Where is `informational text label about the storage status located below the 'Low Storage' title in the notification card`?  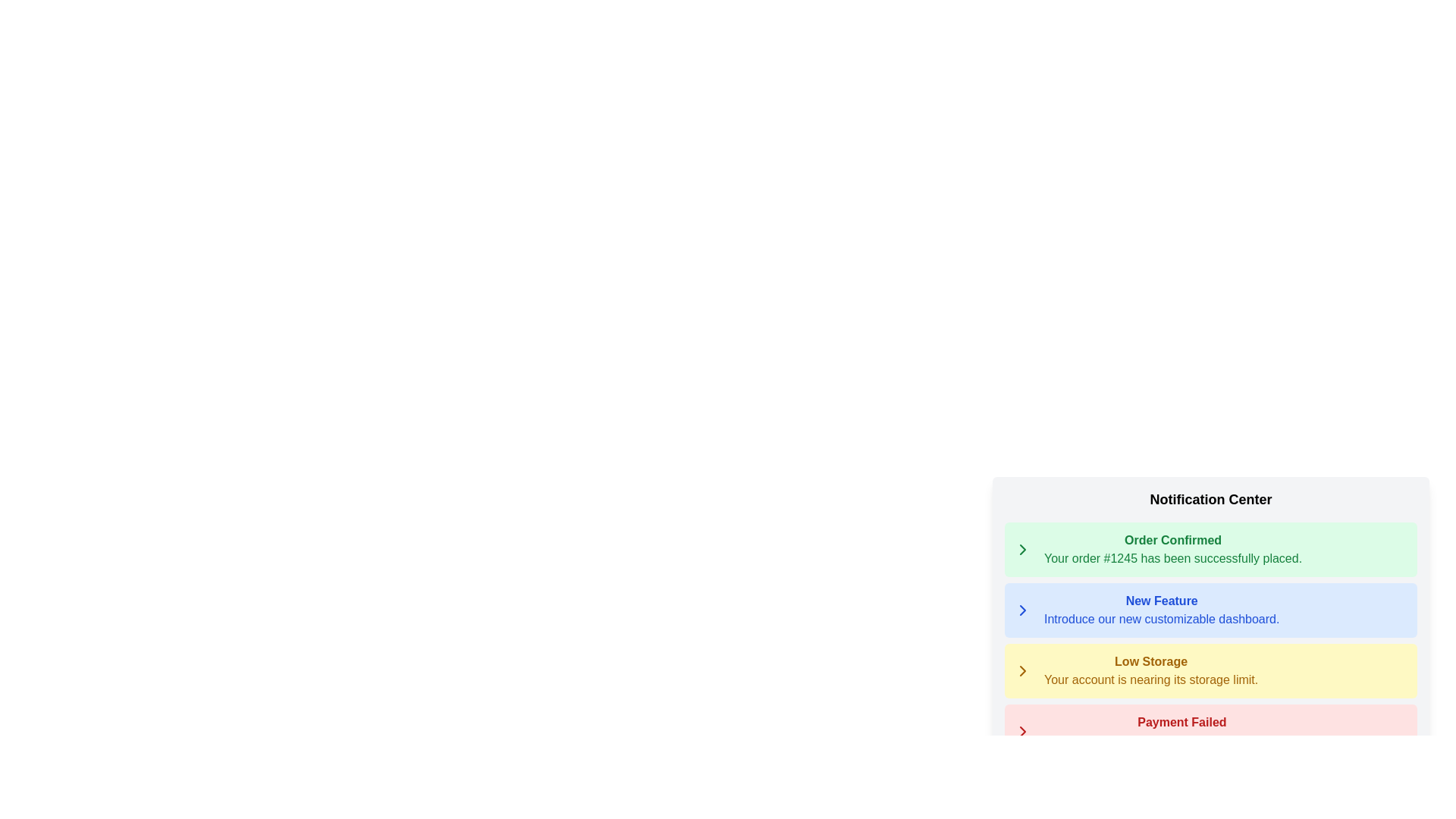
informational text label about the storage status located below the 'Low Storage' title in the notification card is located at coordinates (1151, 679).